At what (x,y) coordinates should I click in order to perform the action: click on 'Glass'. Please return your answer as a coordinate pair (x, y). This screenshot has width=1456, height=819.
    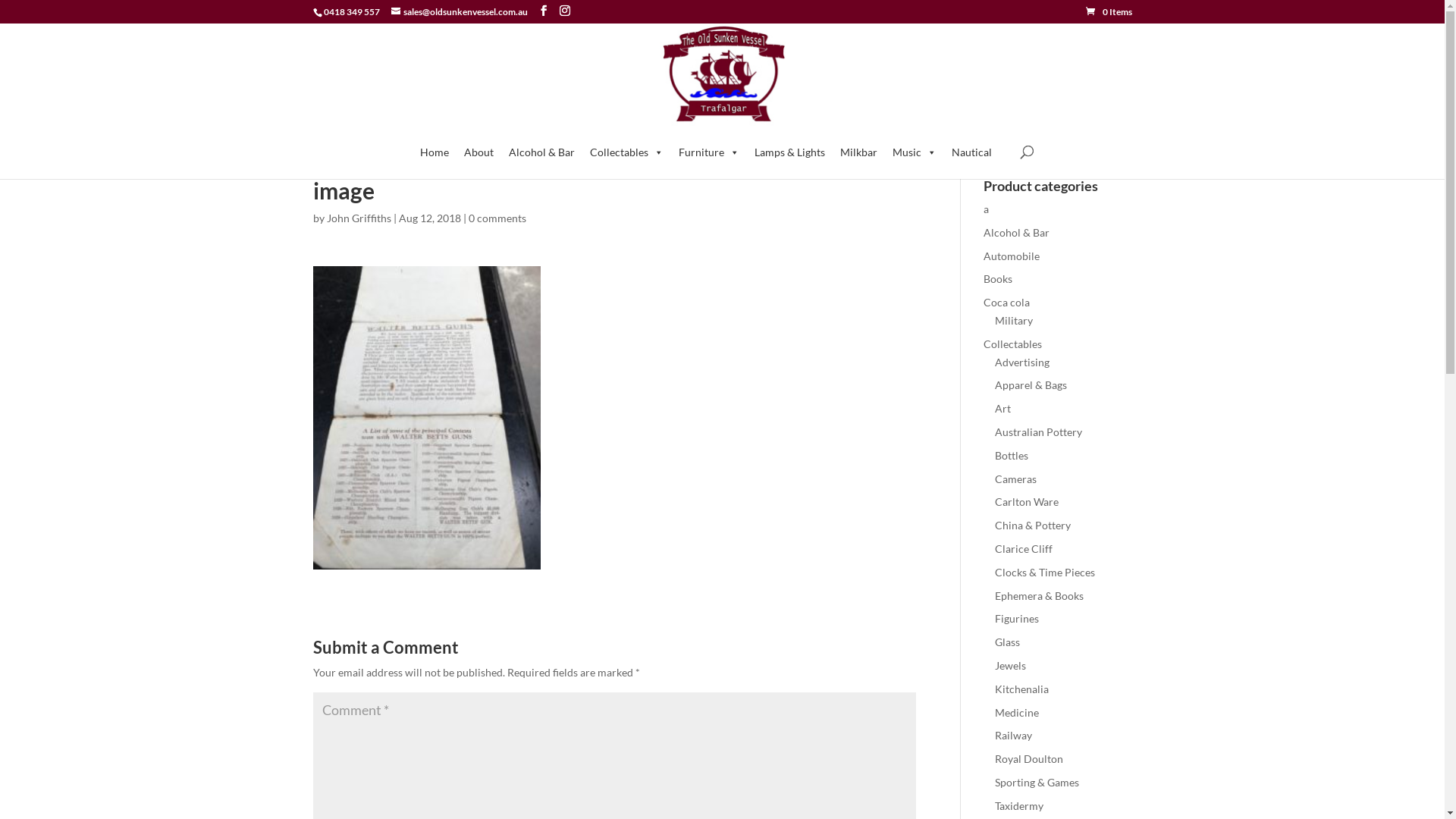
    Looking at the image, I should click on (1007, 642).